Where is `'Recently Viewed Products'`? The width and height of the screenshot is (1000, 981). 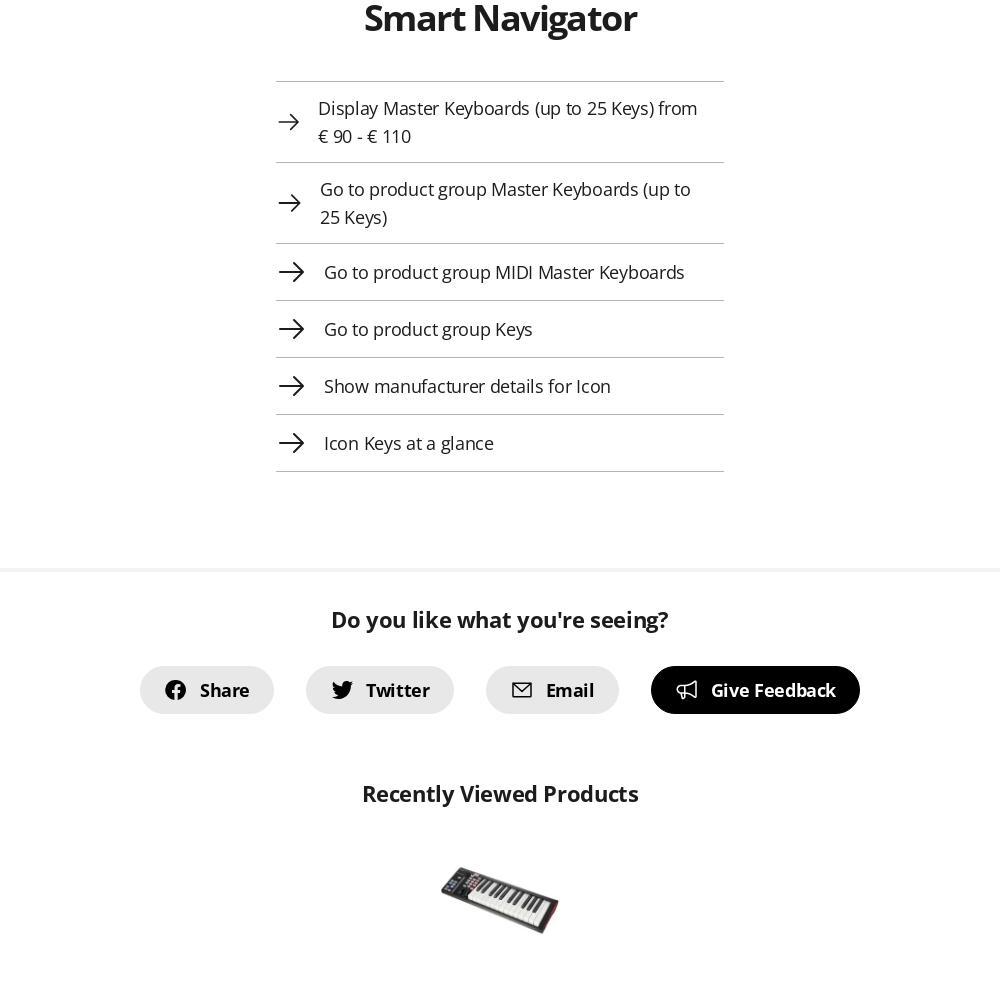 'Recently Viewed Products' is located at coordinates (498, 793).